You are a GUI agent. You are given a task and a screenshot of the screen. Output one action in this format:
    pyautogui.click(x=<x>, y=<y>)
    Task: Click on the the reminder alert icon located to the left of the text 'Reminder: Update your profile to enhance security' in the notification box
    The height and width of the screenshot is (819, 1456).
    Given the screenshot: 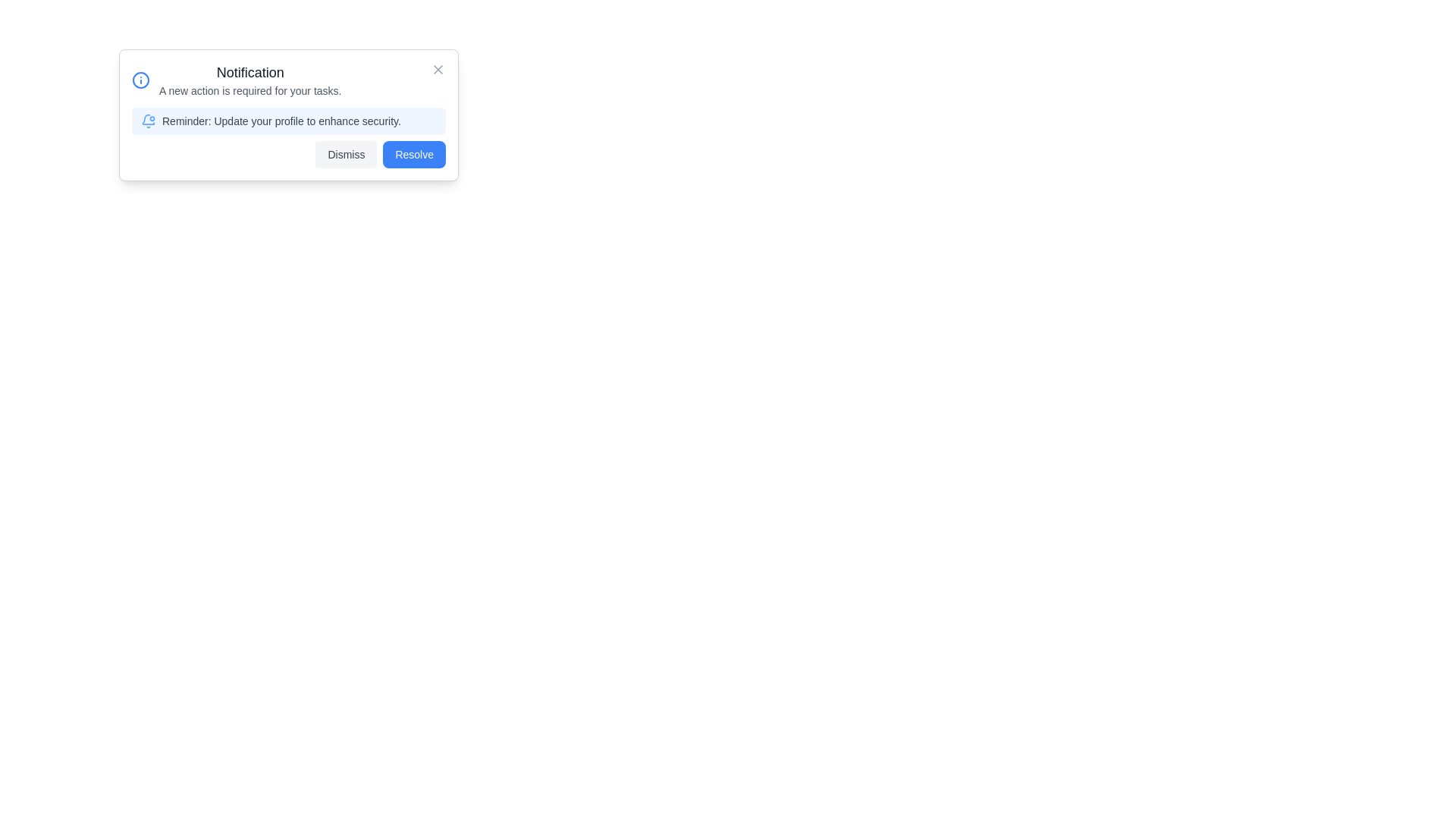 What is the action you would take?
    pyautogui.click(x=149, y=120)
    